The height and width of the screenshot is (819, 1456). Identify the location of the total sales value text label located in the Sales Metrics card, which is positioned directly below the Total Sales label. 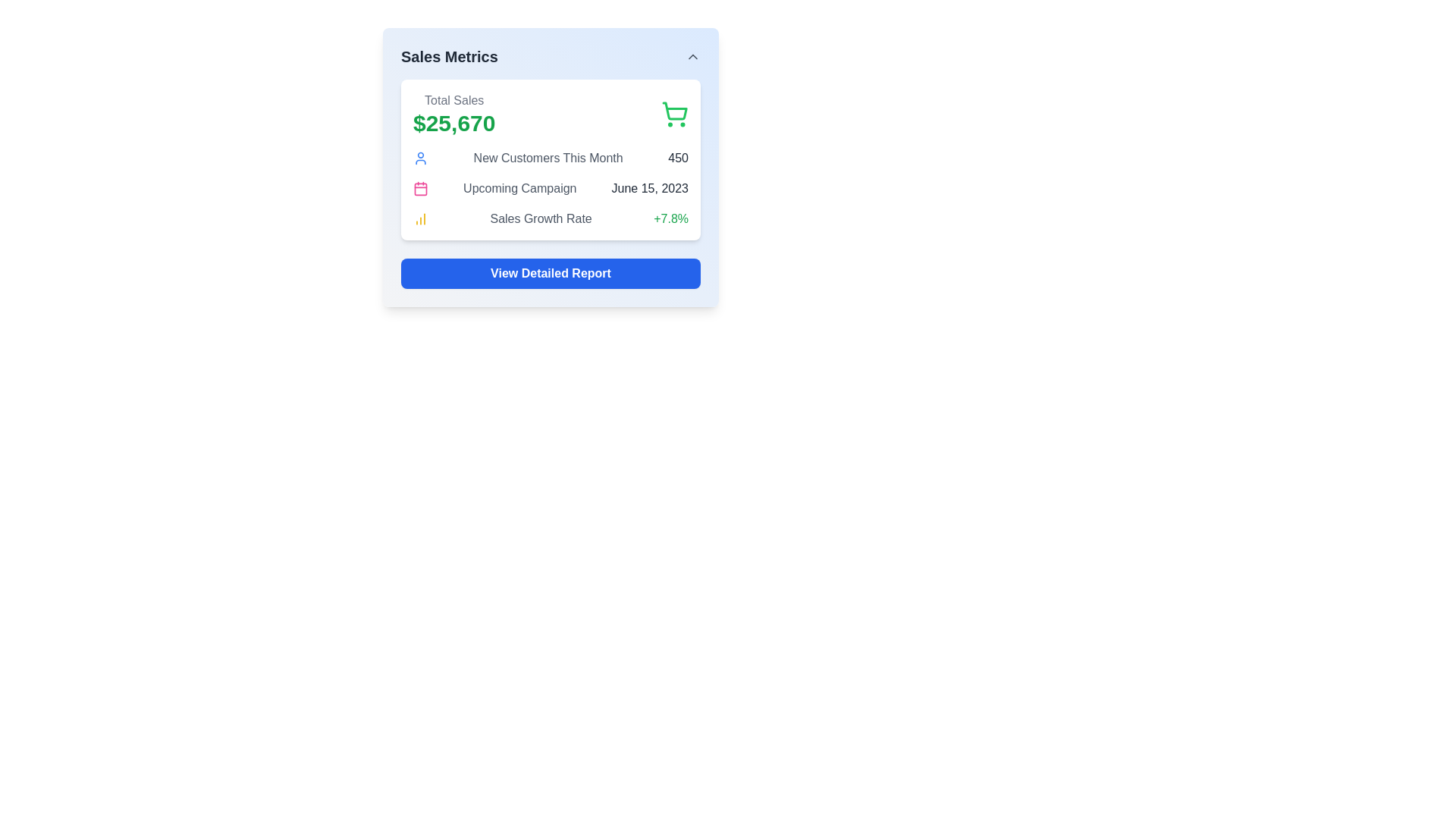
(453, 122).